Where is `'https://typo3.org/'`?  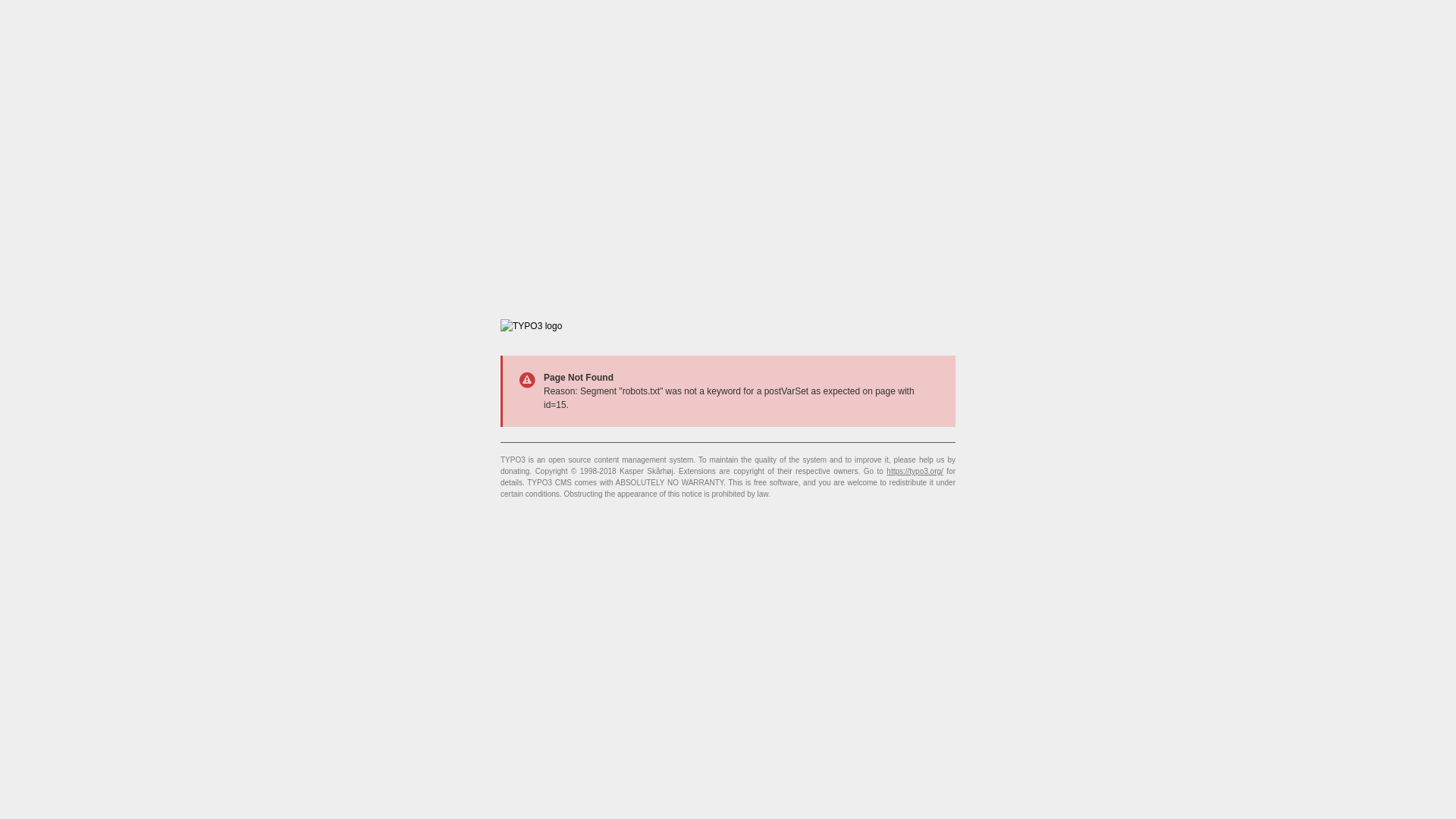
'https://typo3.org/' is located at coordinates (886, 470).